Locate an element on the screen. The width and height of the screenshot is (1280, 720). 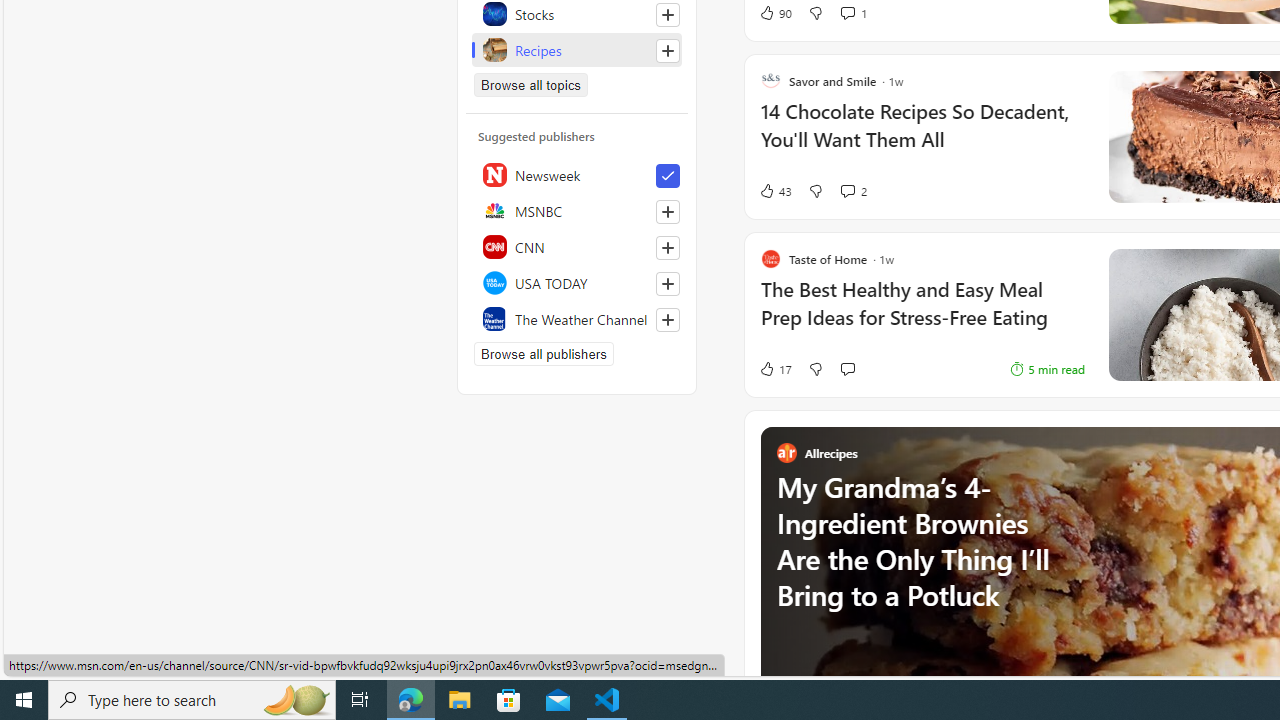
'CNN' is located at coordinates (576, 245).